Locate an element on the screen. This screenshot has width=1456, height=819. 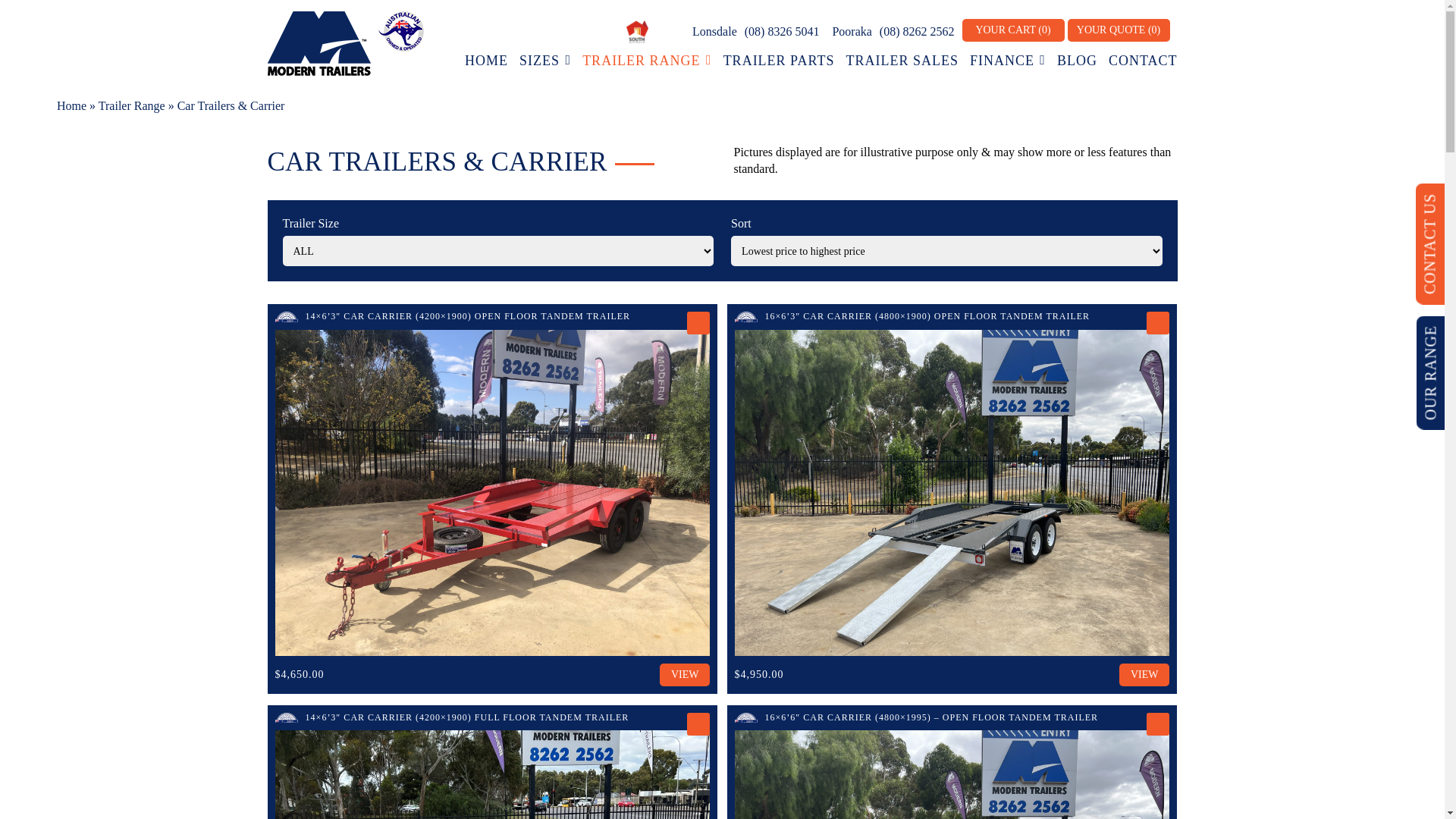
'SIZES' is located at coordinates (545, 60).